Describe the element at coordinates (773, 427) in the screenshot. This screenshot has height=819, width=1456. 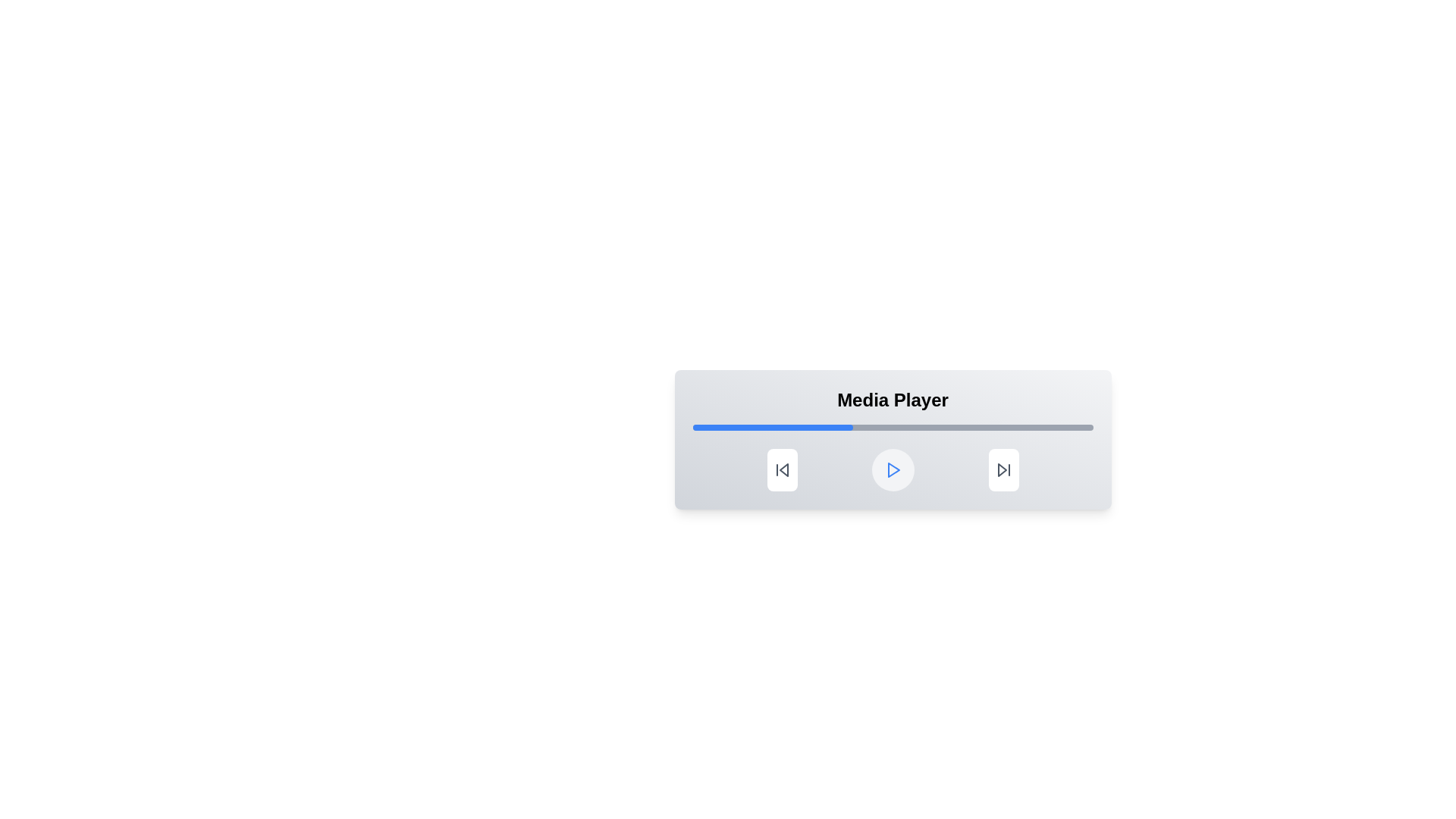
I see `the blue progress bar segment, which is part of the media player's interface and visually distinct against the gray background` at that location.